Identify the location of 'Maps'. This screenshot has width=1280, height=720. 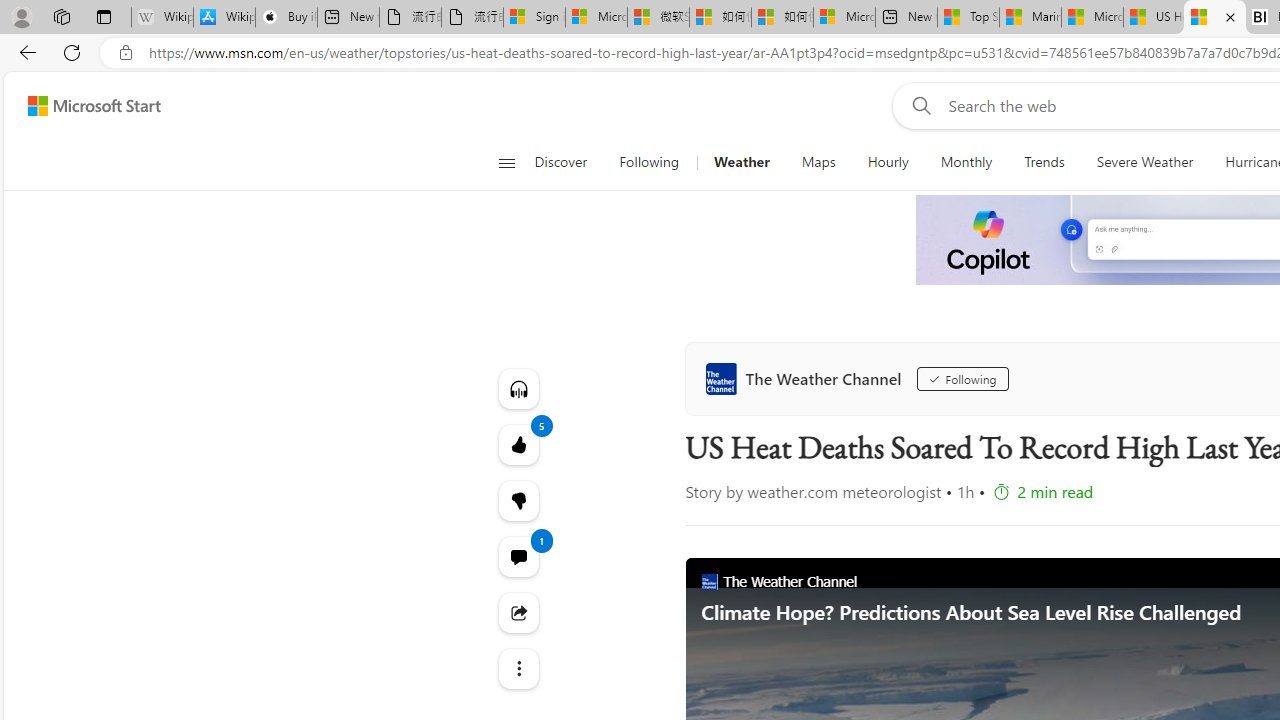
(818, 162).